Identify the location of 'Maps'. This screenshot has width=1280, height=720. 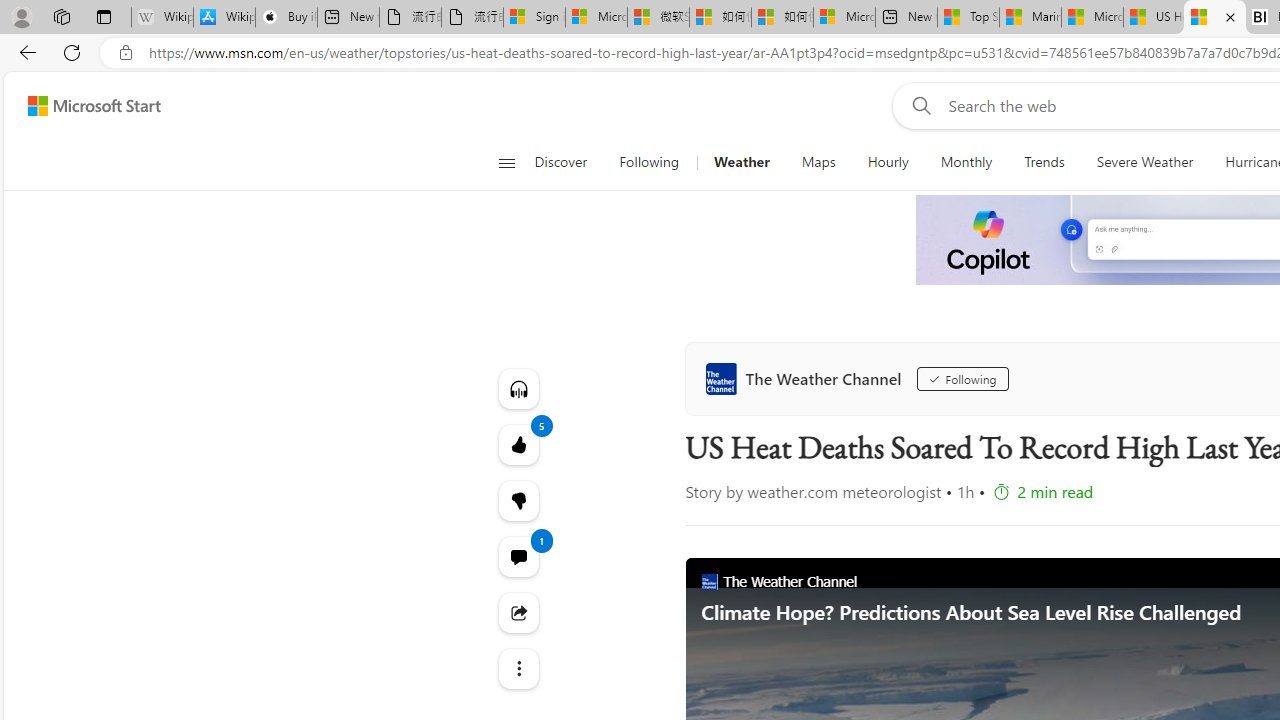
(818, 162).